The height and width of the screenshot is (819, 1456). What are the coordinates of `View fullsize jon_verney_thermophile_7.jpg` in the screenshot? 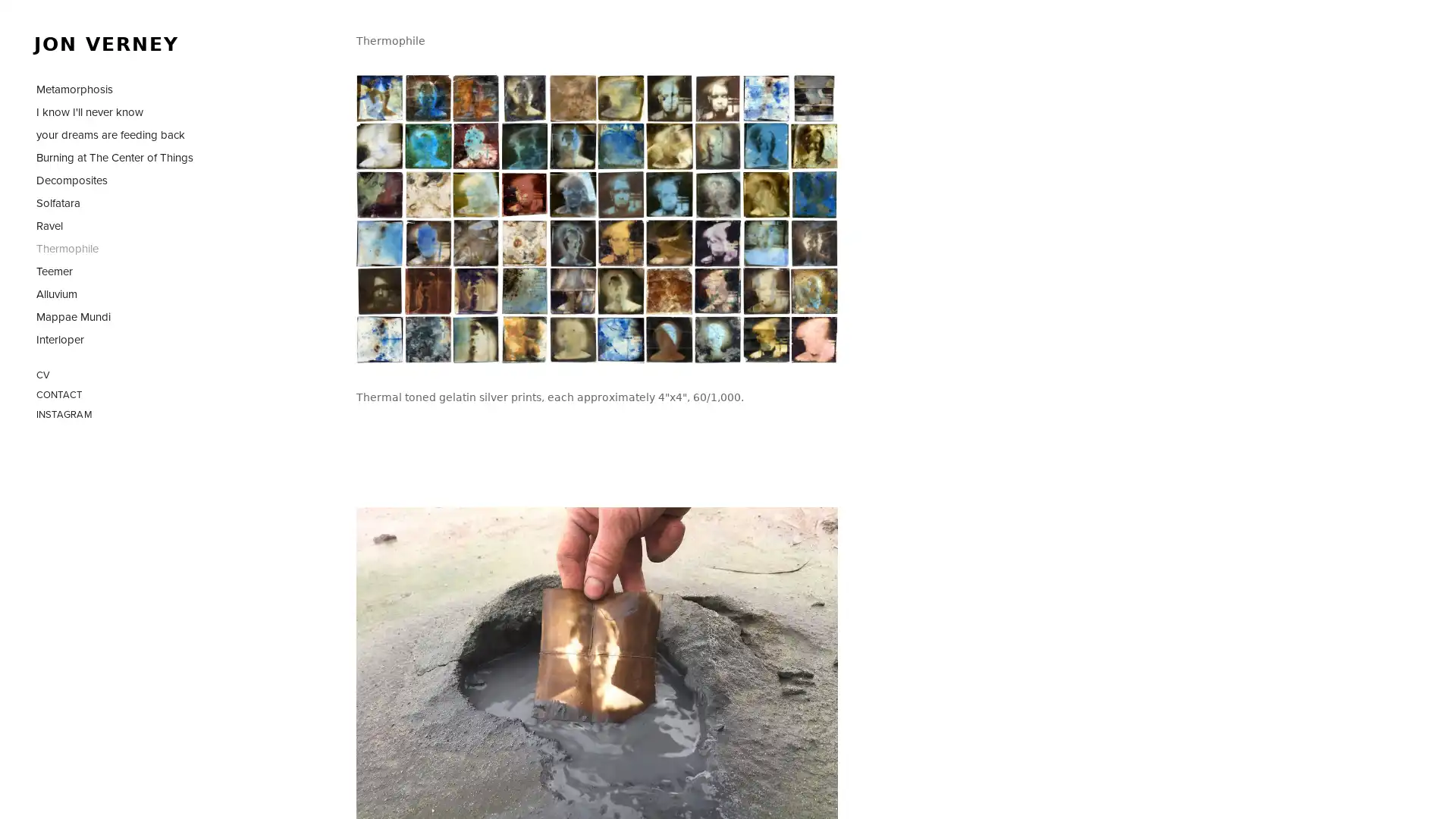 It's located at (813, 193).